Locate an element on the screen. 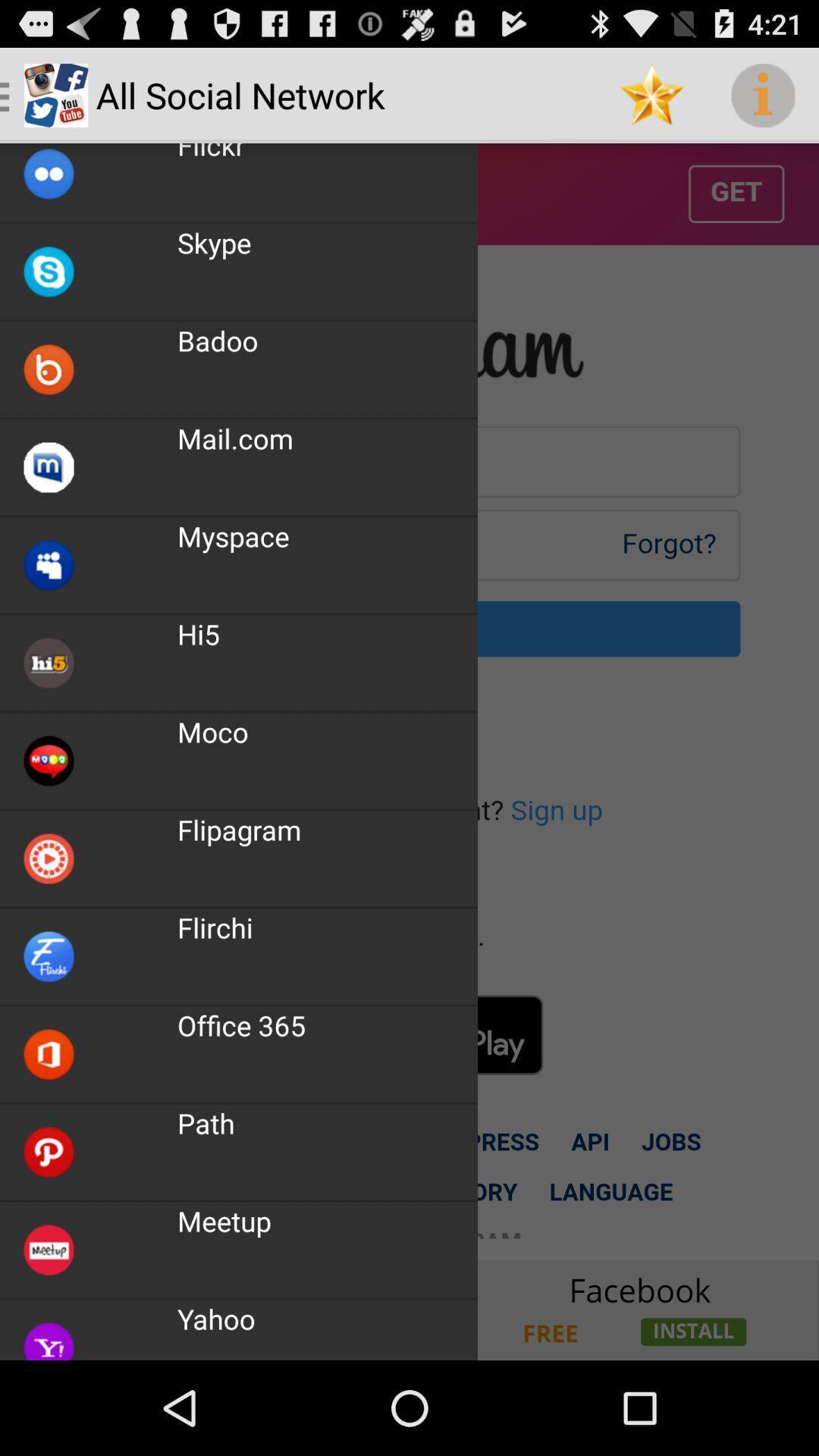 This screenshot has height=1456, width=819. path app is located at coordinates (206, 1123).